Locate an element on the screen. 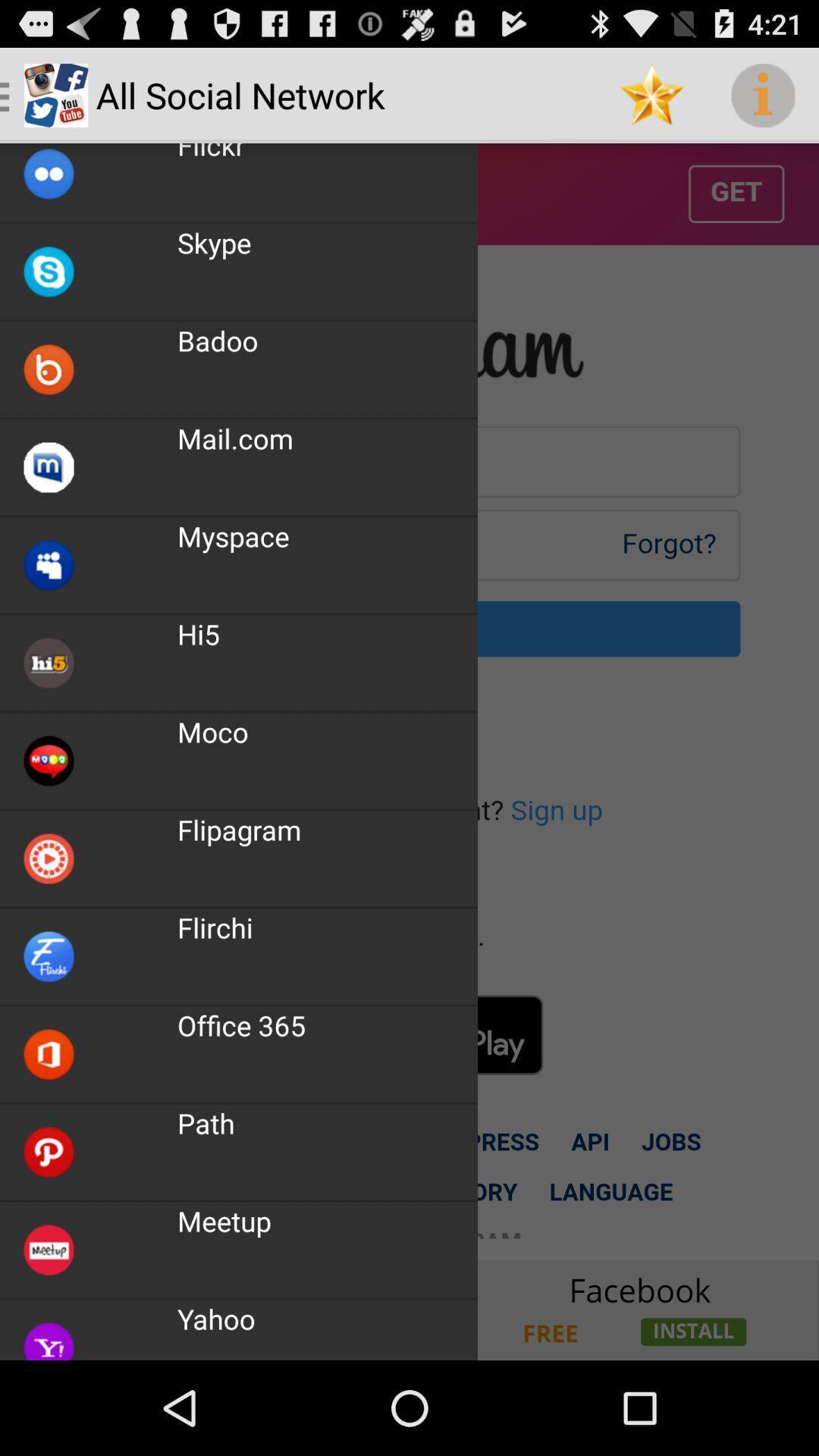 This screenshot has height=1456, width=819. path app is located at coordinates (206, 1123).